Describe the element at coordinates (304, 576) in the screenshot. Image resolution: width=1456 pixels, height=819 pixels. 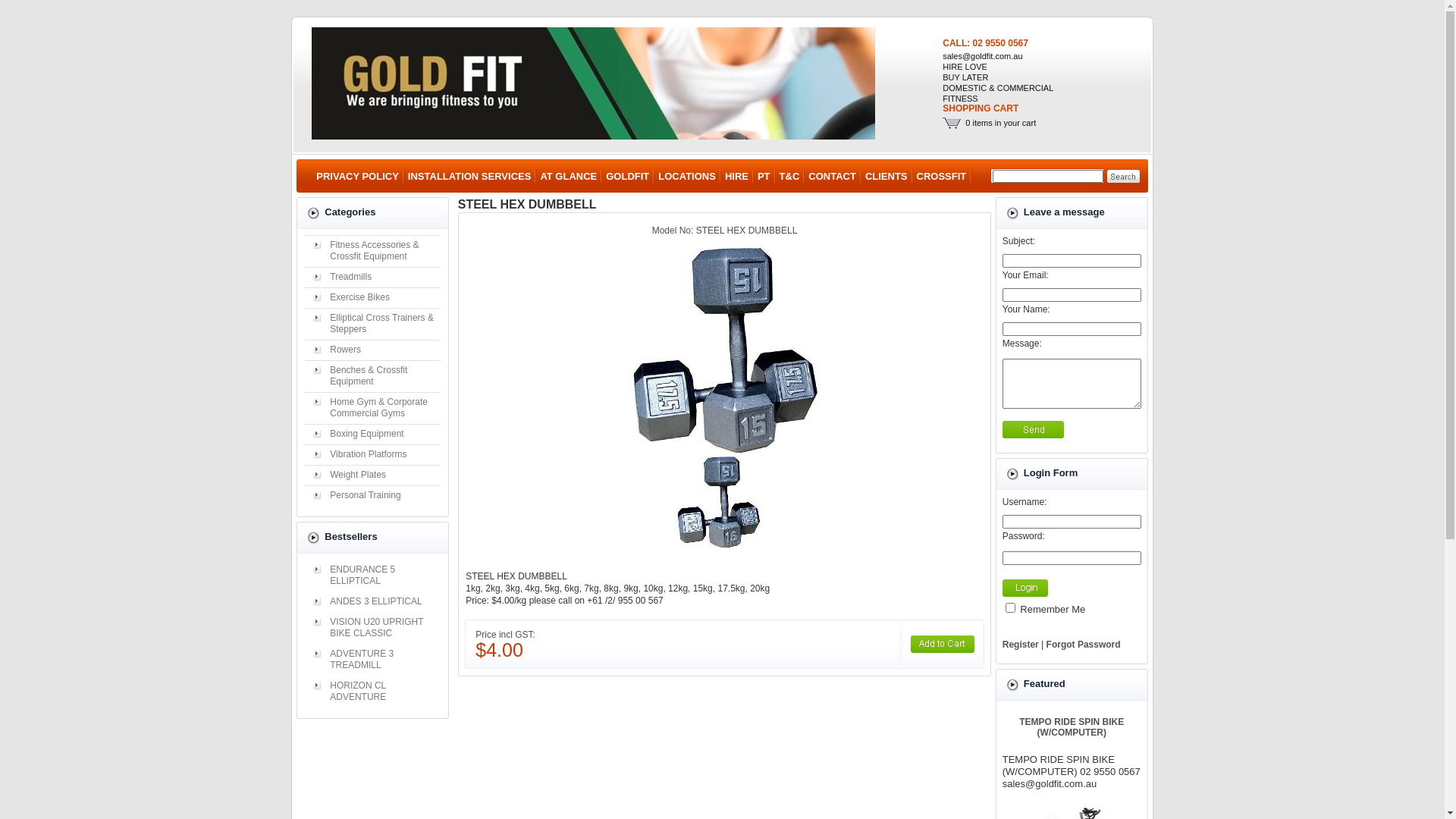
I see `'ENDURANCE 5 ELLIPTICAL'` at that location.